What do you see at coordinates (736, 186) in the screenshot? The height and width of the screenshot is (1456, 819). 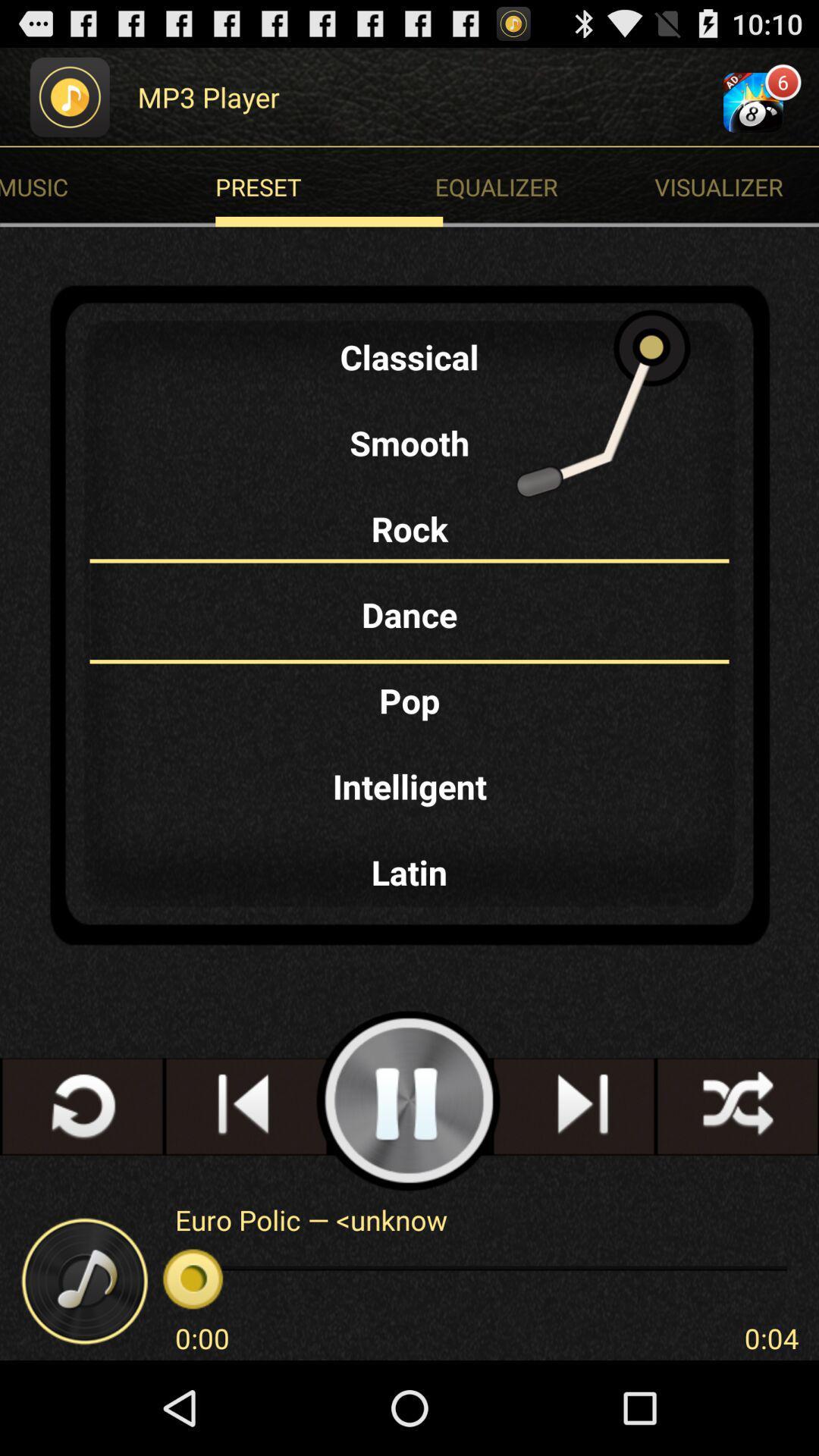 I see `the item next to preset radio button` at bounding box center [736, 186].